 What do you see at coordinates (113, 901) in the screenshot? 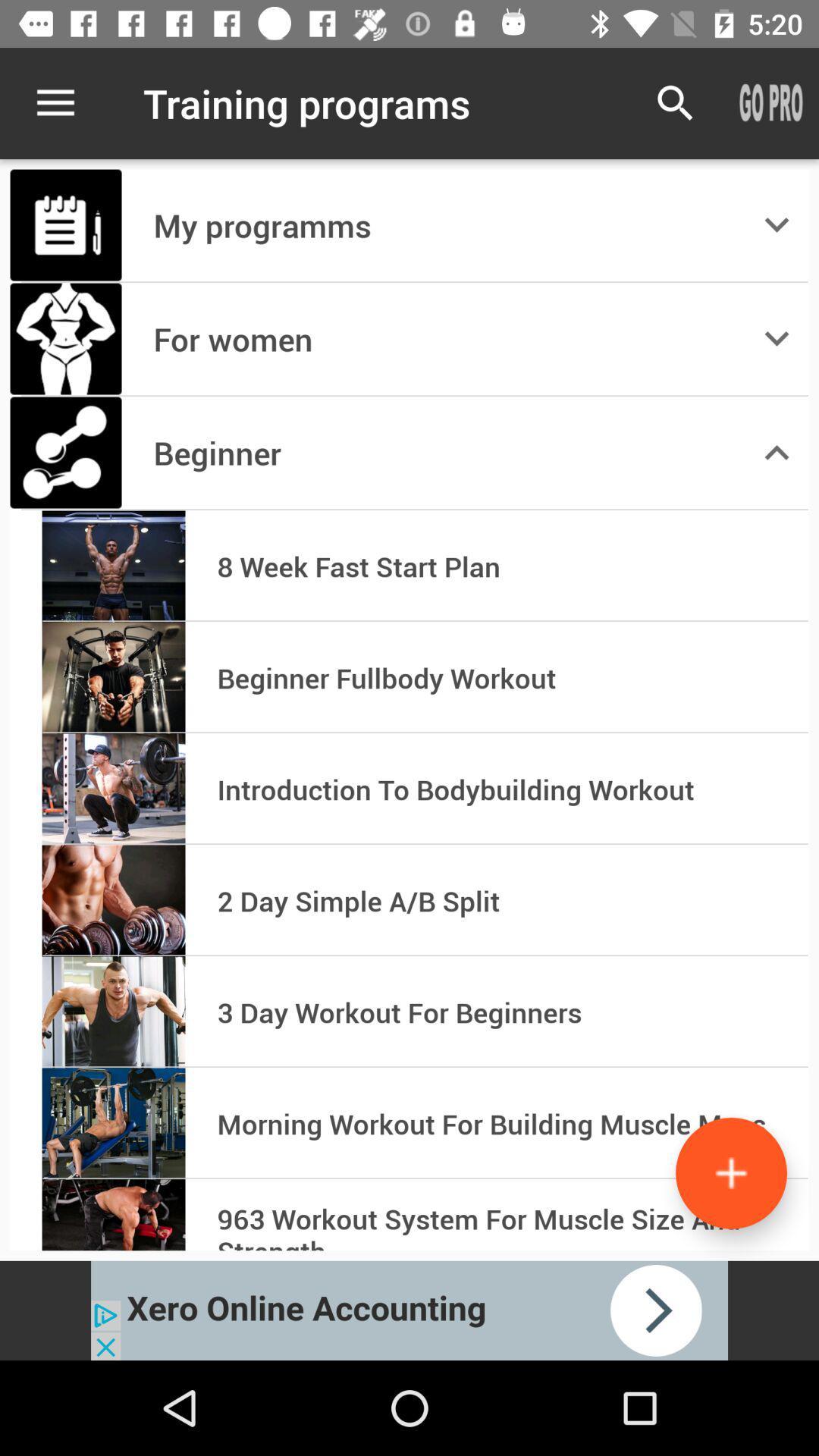
I see `the image which is left hand side of the text 2 day simple ab split` at bounding box center [113, 901].